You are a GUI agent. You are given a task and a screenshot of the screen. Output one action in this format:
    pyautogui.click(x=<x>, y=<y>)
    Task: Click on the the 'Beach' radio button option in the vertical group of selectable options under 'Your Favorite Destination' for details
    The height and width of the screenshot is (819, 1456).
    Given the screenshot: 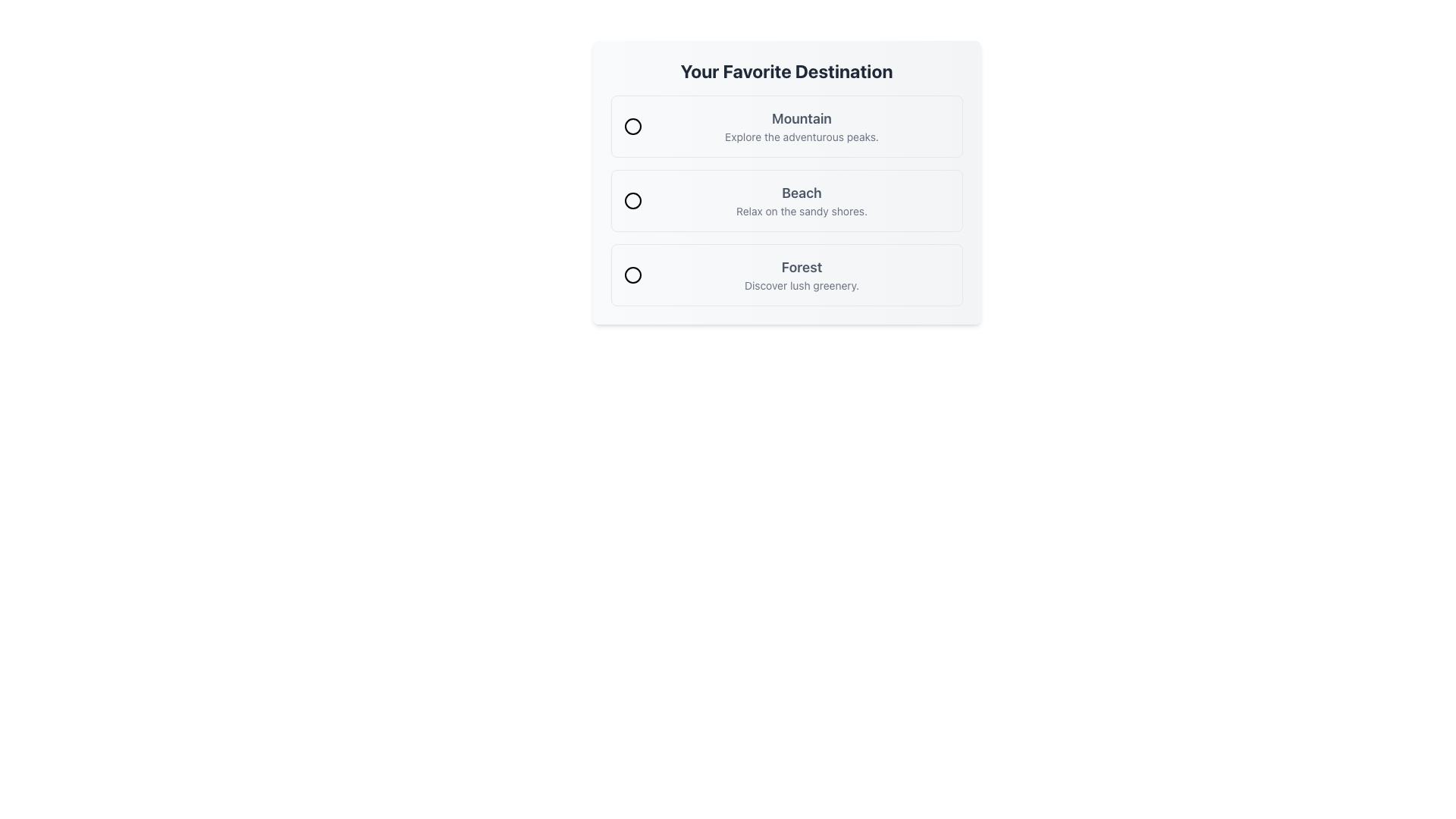 What is the action you would take?
    pyautogui.click(x=786, y=200)
    